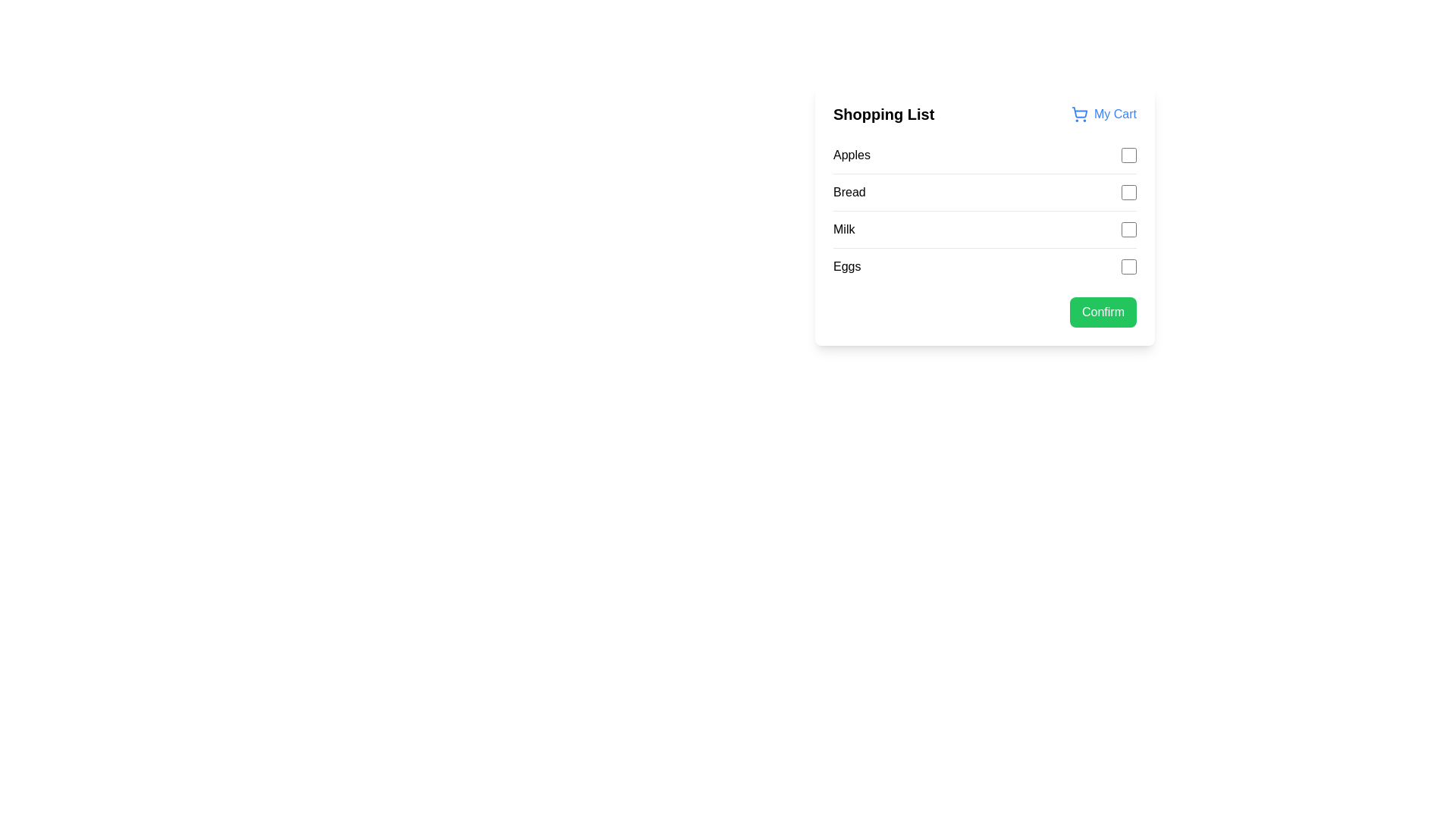  I want to click on the checkbox located next to the text 'Apples', so click(1128, 155).